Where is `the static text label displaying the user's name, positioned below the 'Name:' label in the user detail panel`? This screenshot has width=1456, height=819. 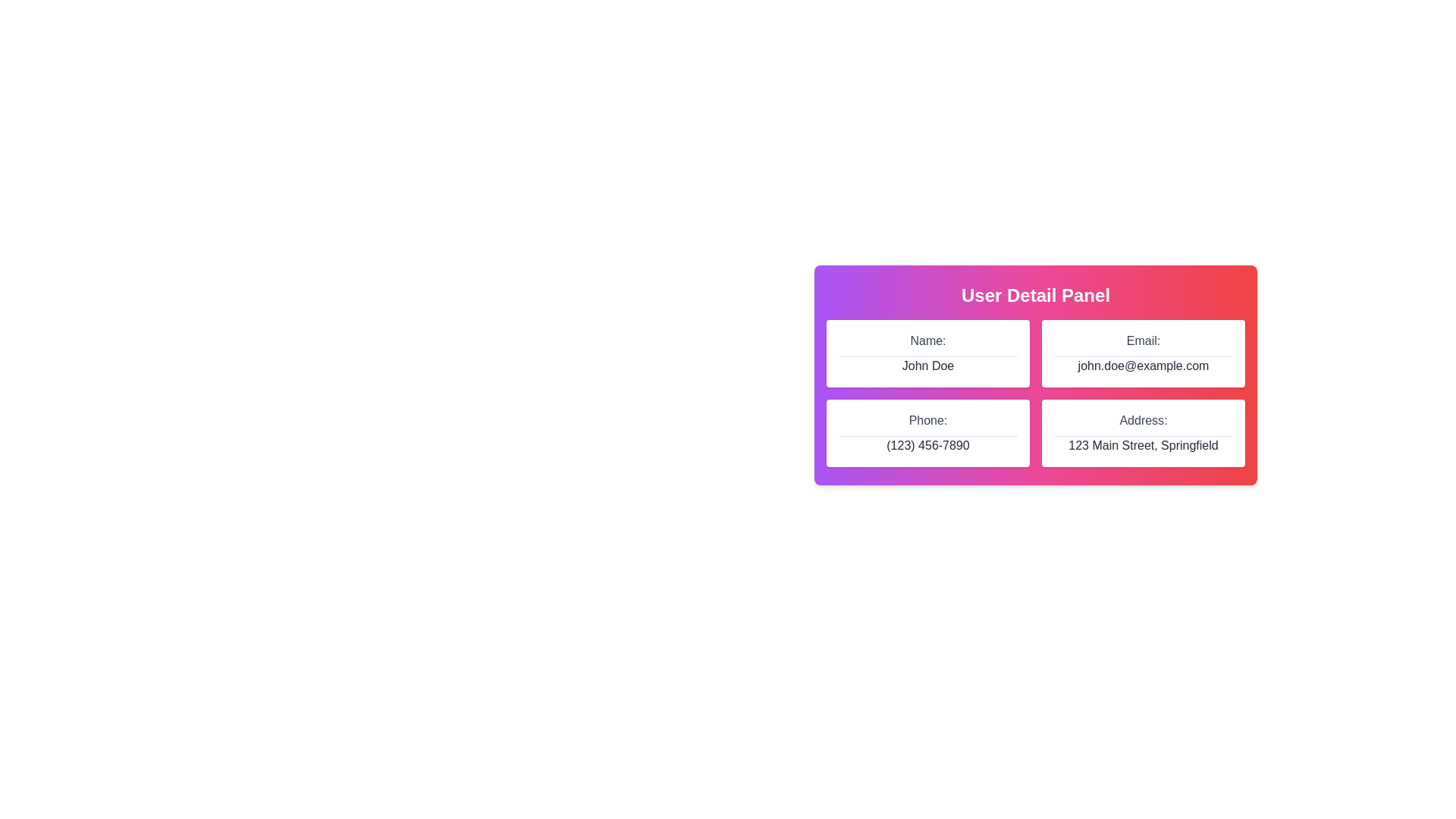 the static text label displaying the user's name, positioned below the 'Name:' label in the user detail panel is located at coordinates (927, 366).